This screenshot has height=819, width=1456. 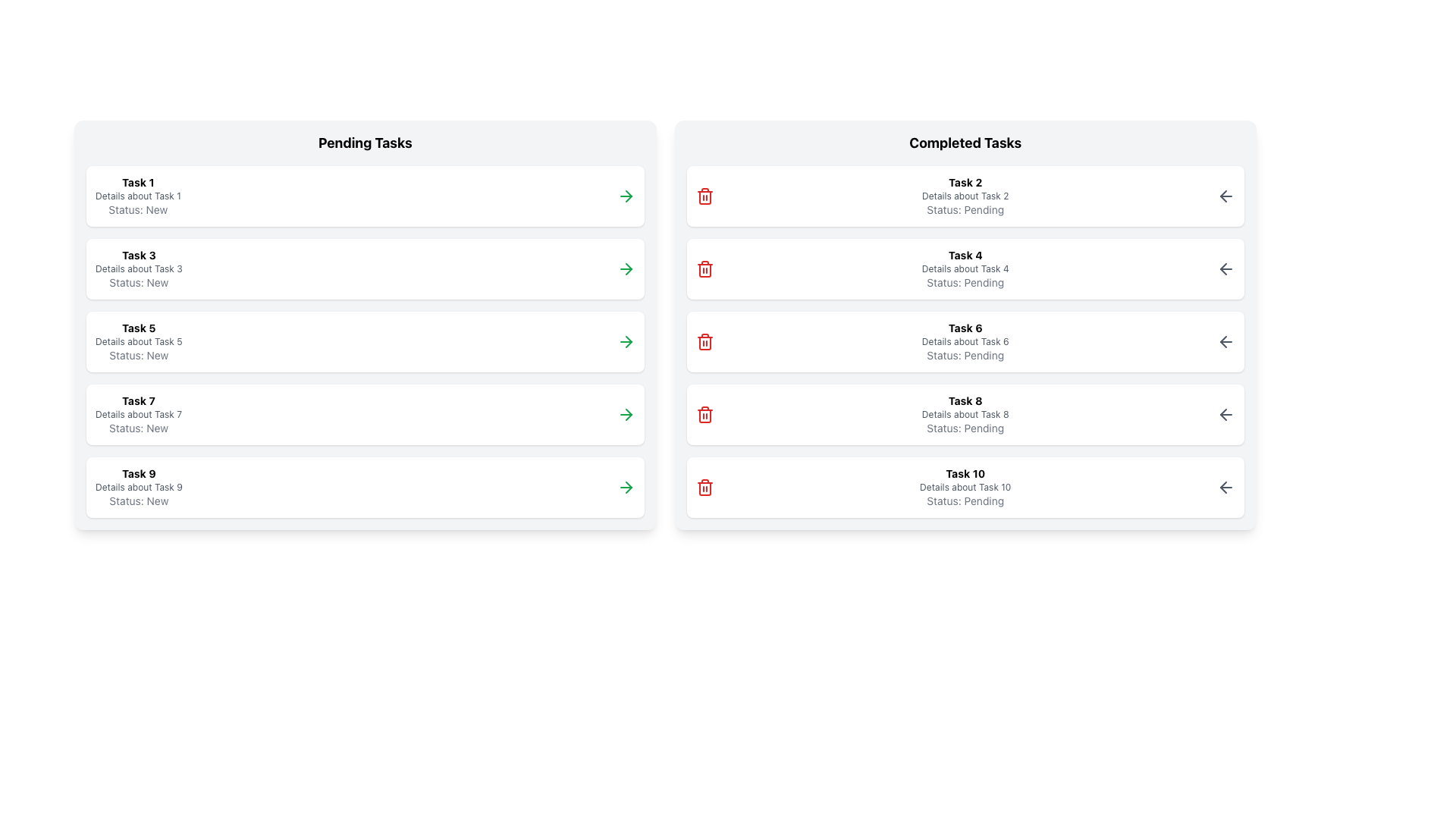 What do you see at coordinates (965, 342) in the screenshot?
I see `the text element reading 'Details about Task 6', which is styled with a small gray font and positioned below the 'Task 6' bold header in the third task card of the 'Completed Tasks' column` at bounding box center [965, 342].